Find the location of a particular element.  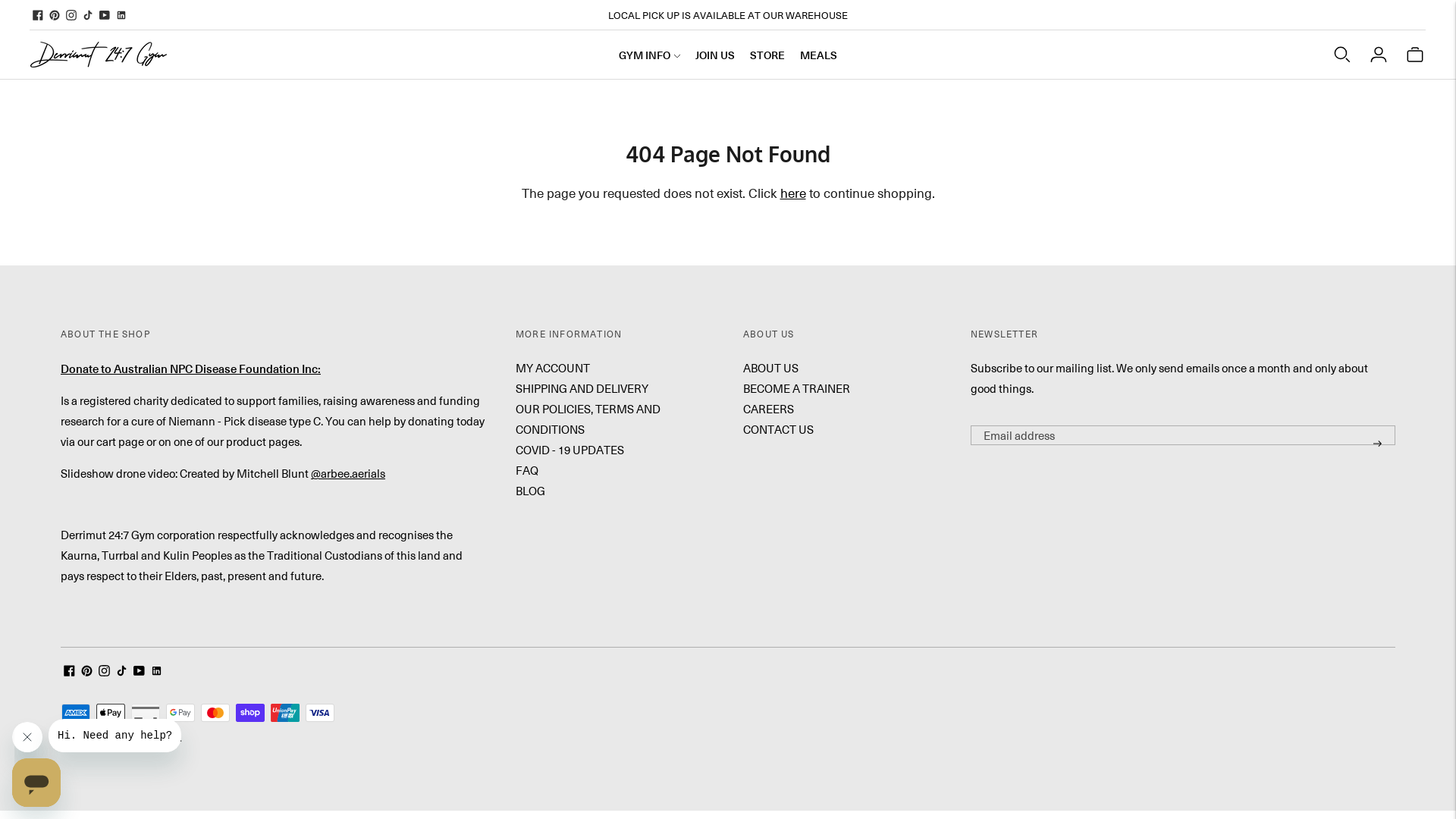

'Message from company' is located at coordinates (114, 734).